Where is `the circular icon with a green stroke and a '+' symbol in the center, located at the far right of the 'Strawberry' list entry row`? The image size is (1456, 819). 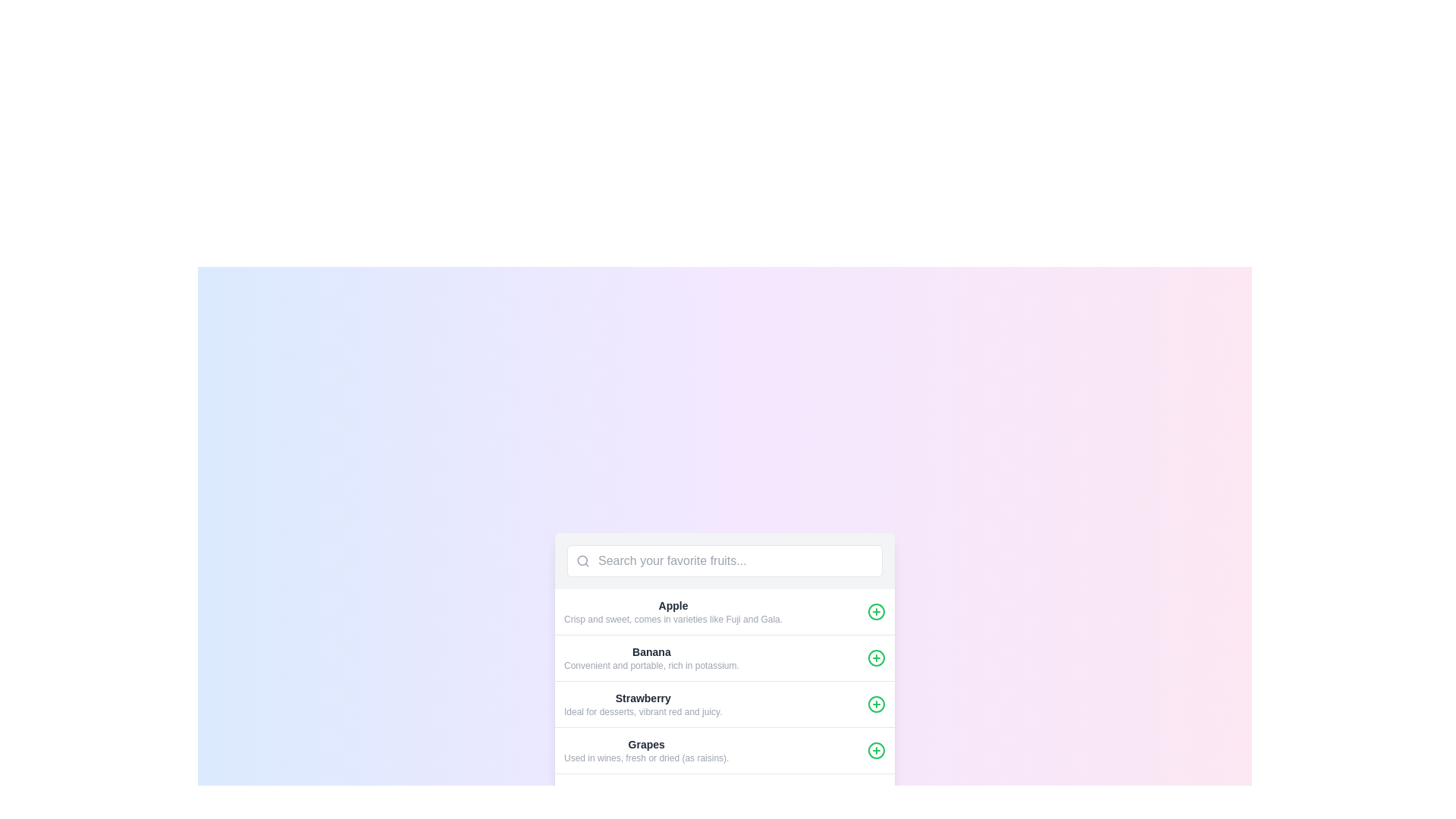 the circular icon with a green stroke and a '+' symbol in the center, located at the far right of the 'Strawberry' list entry row is located at coordinates (877, 704).